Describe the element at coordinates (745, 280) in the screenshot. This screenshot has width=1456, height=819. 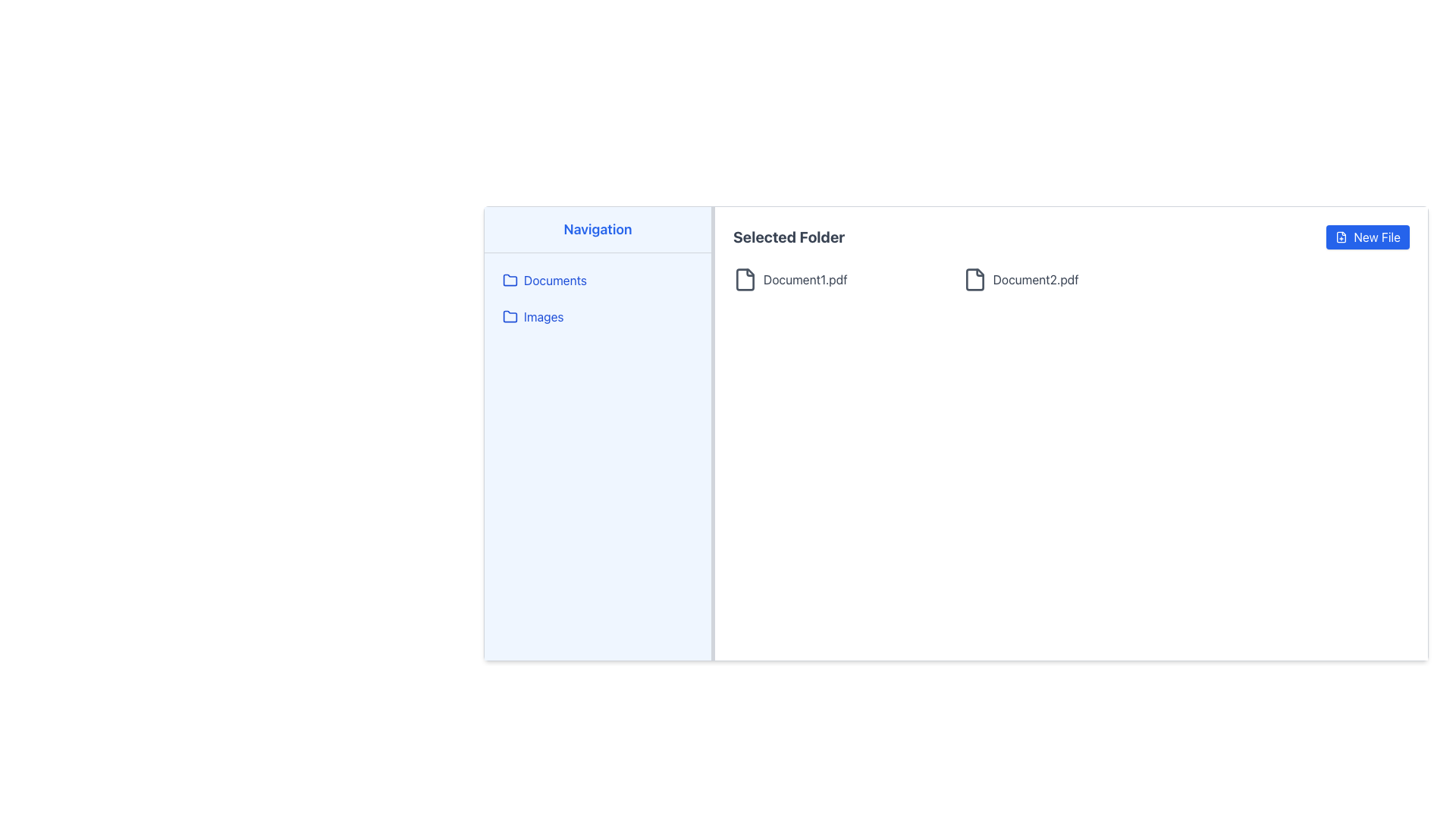
I see `the SVG Icon representing a document in the document view interface, which resembles a file sheet with a folded corner, located to the left of 'Document1.pdf'` at that location.